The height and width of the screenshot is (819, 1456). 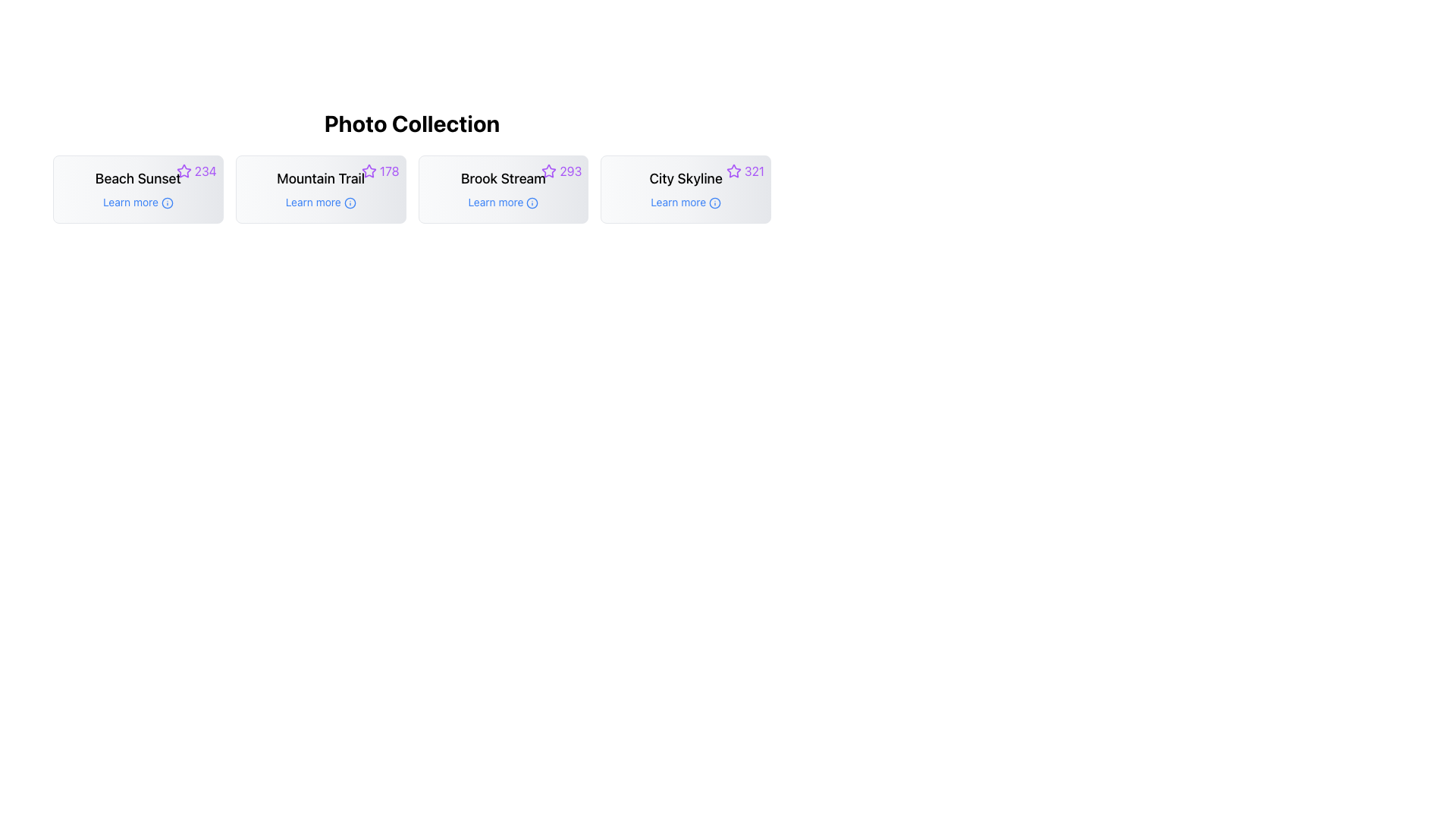 I want to click on the 'Learn more' button located on the 'Mountain Trail' Interactive Card, which is the second card in the 'Photo Collection' grid layout, so click(x=320, y=189).